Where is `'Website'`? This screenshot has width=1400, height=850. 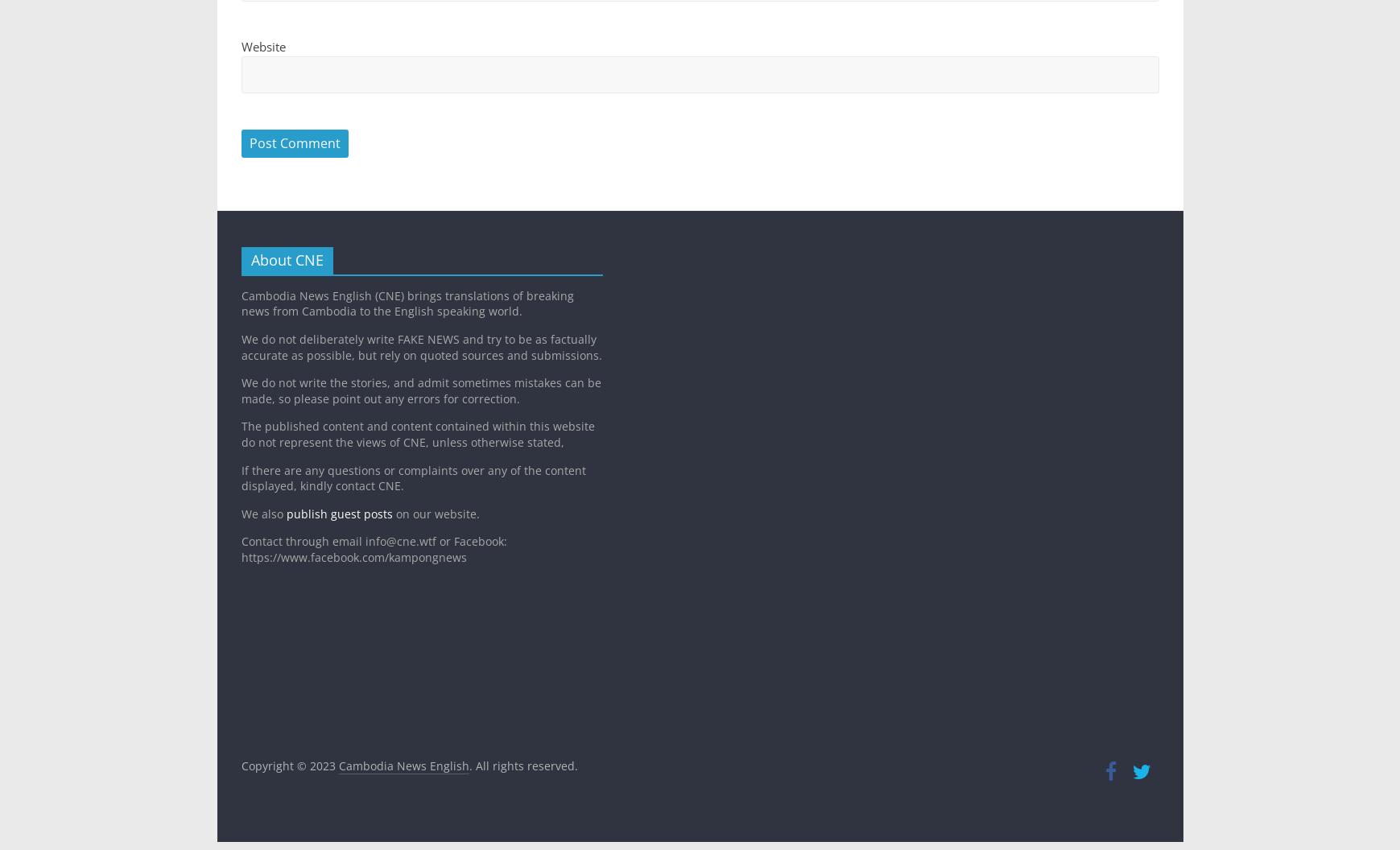 'Website' is located at coordinates (262, 46).